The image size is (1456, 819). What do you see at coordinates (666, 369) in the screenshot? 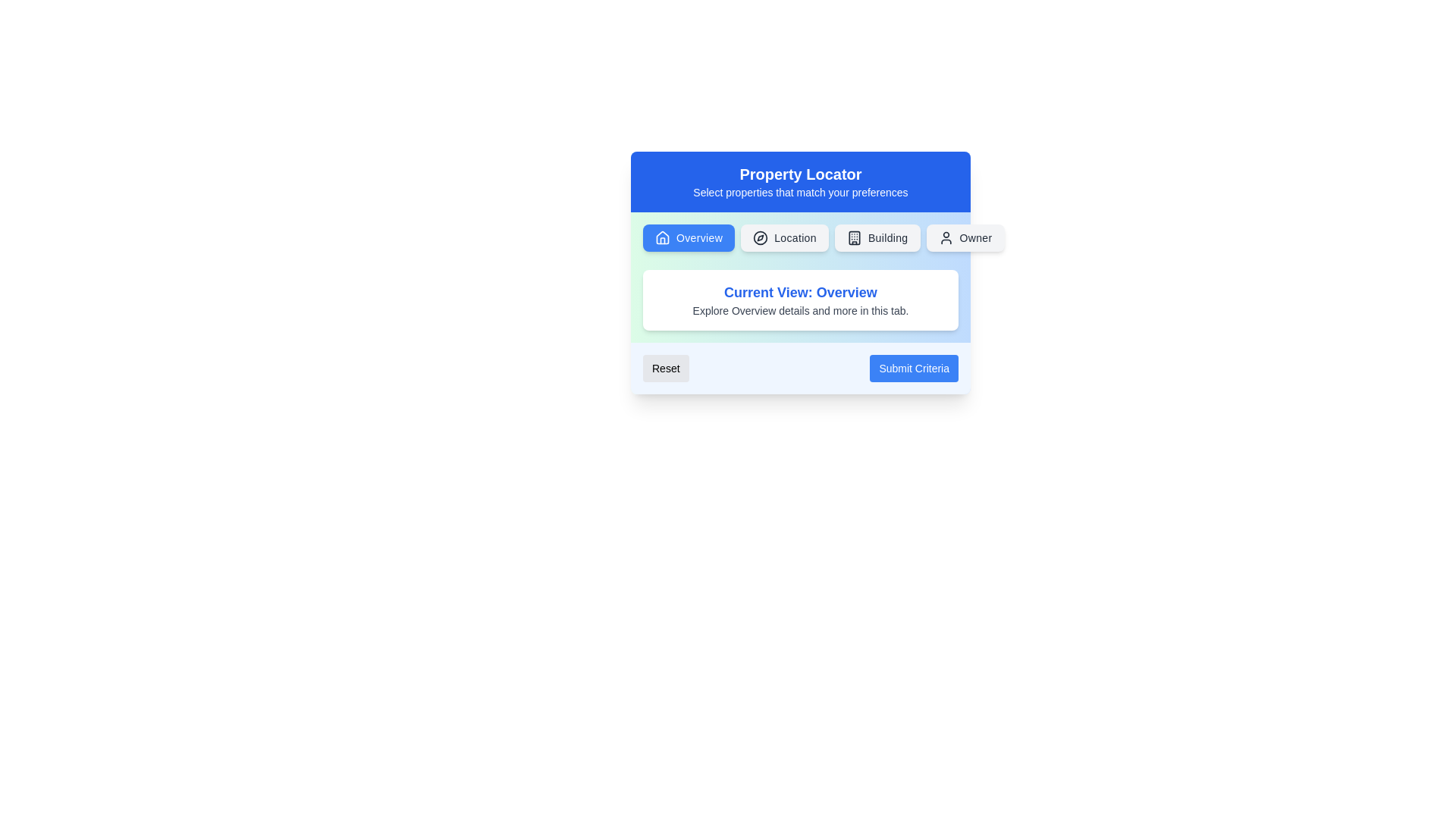
I see `the 'Reset' button located in the bottom-left section of the rectangular toolbar at the bottom of the card to reset settings` at bounding box center [666, 369].